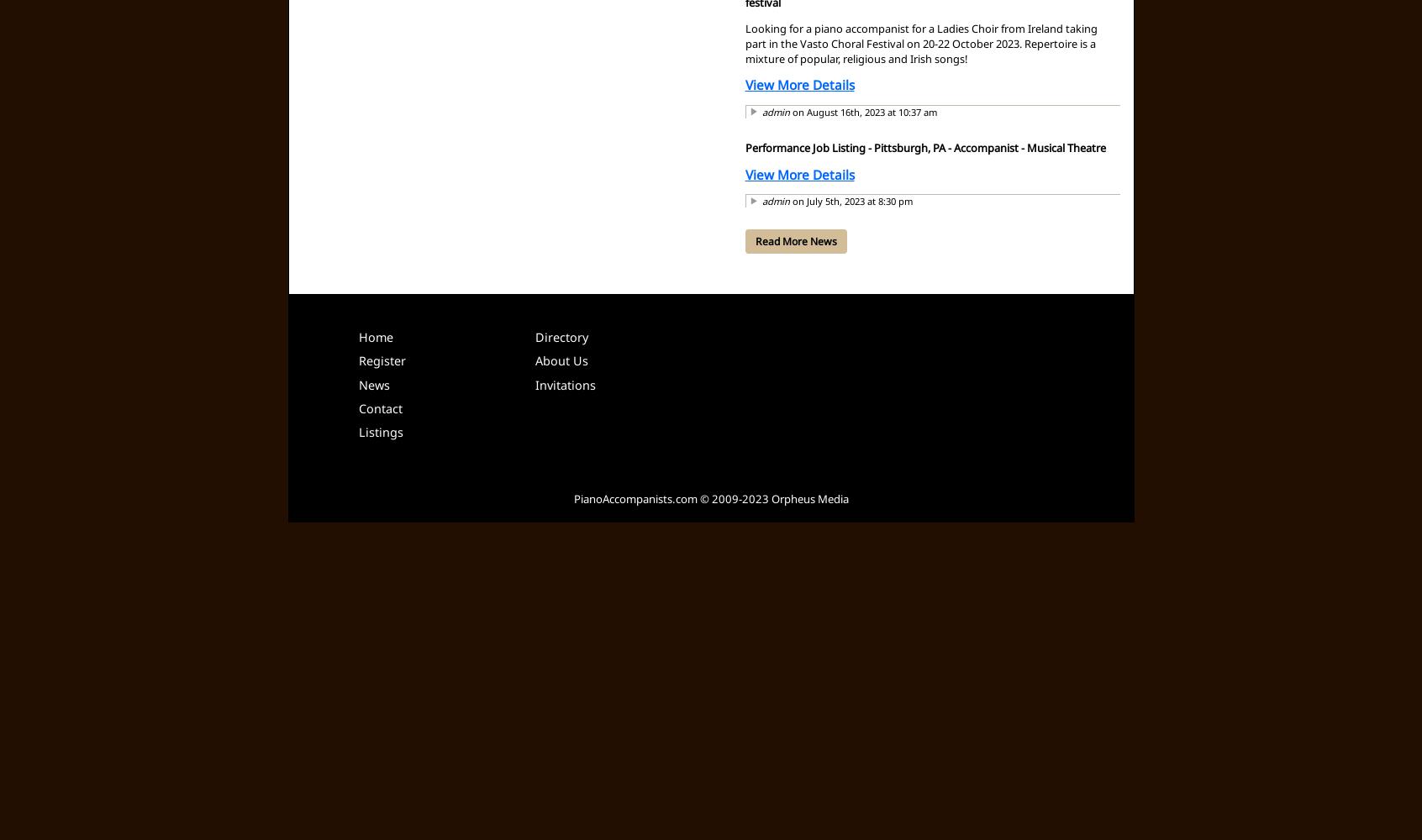 The height and width of the screenshot is (840, 1422). Describe the element at coordinates (373, 383) in the screenshot. I see `'News'` at that location.